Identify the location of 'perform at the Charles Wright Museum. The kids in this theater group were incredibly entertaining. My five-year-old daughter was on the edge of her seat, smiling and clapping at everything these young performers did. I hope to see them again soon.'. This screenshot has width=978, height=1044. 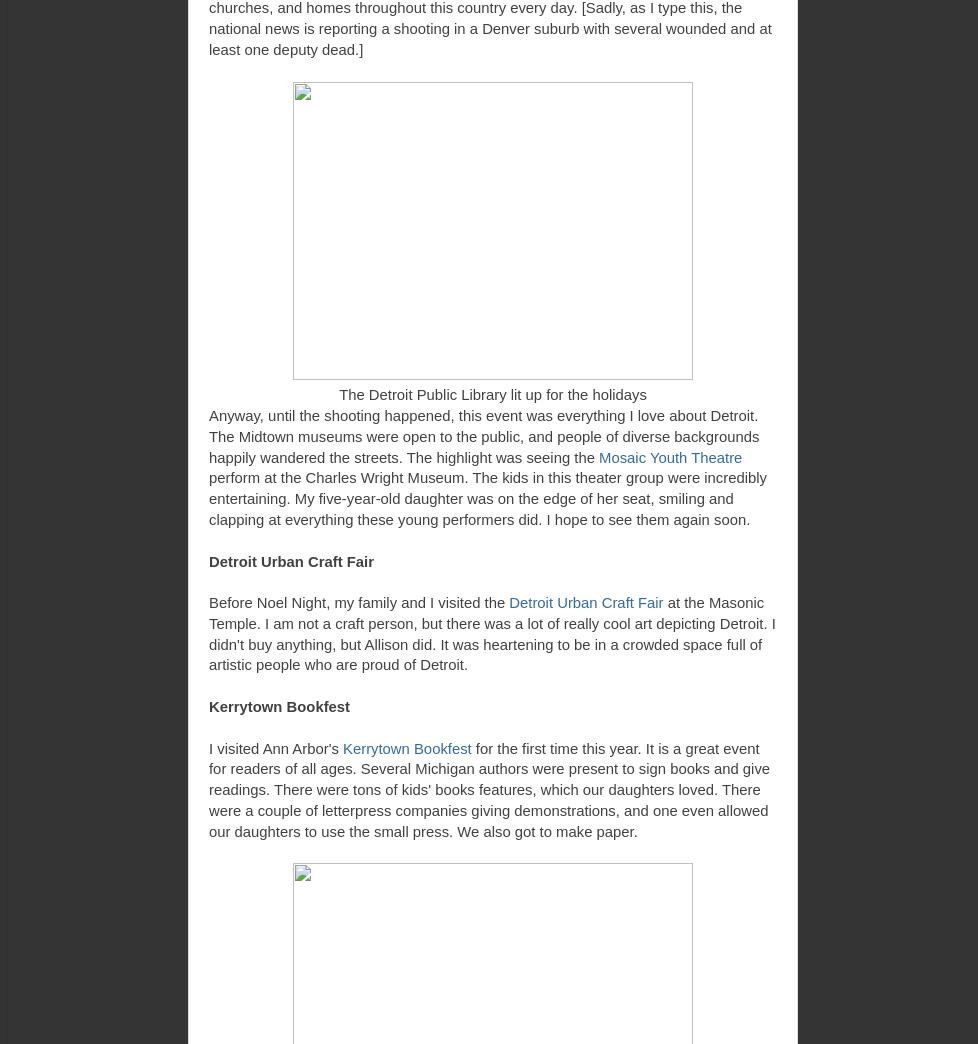
(487, 499).